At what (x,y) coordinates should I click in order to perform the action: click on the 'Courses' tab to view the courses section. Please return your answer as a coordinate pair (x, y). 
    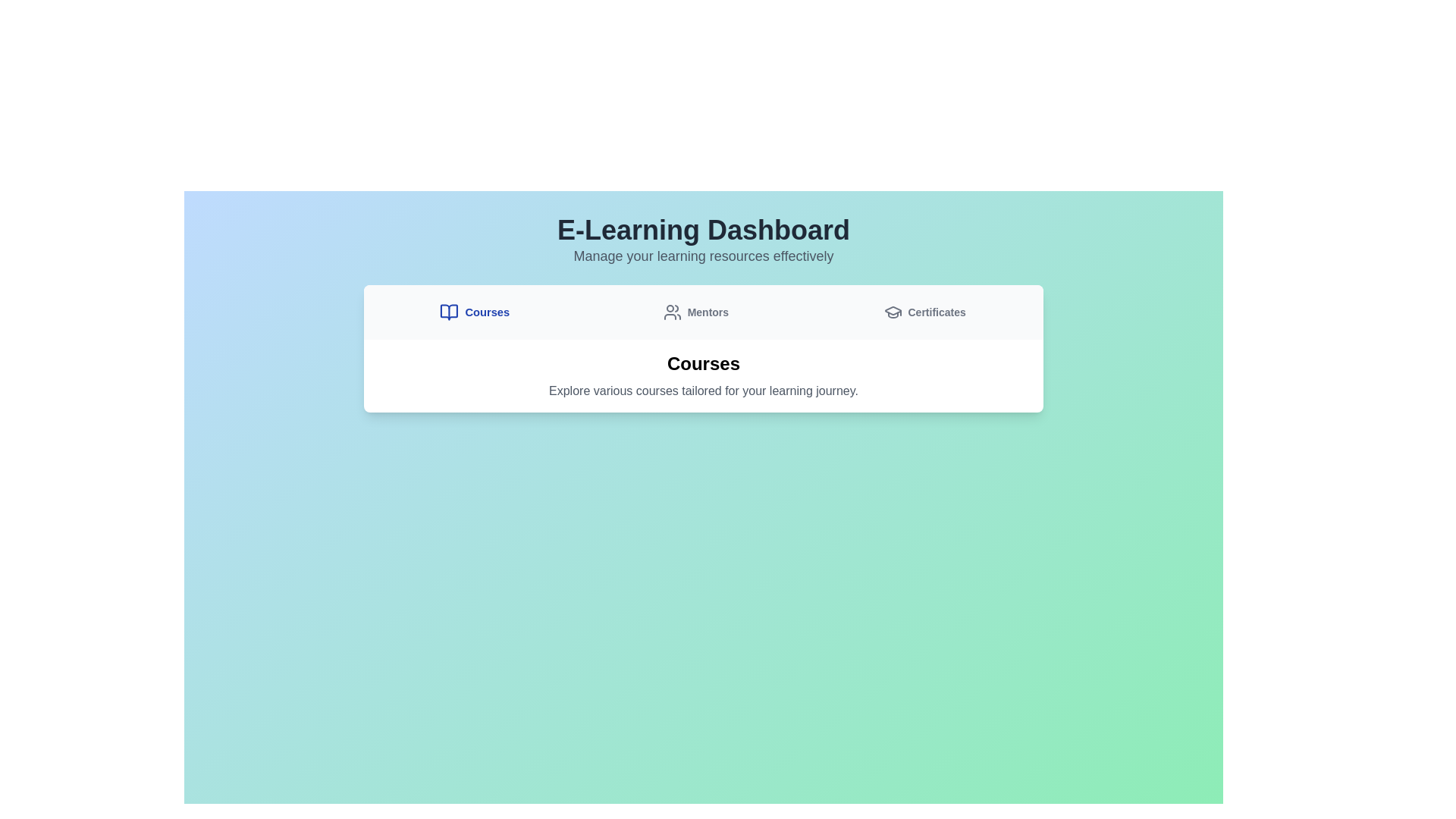
    Looking at the image, I should click on (474, 312).